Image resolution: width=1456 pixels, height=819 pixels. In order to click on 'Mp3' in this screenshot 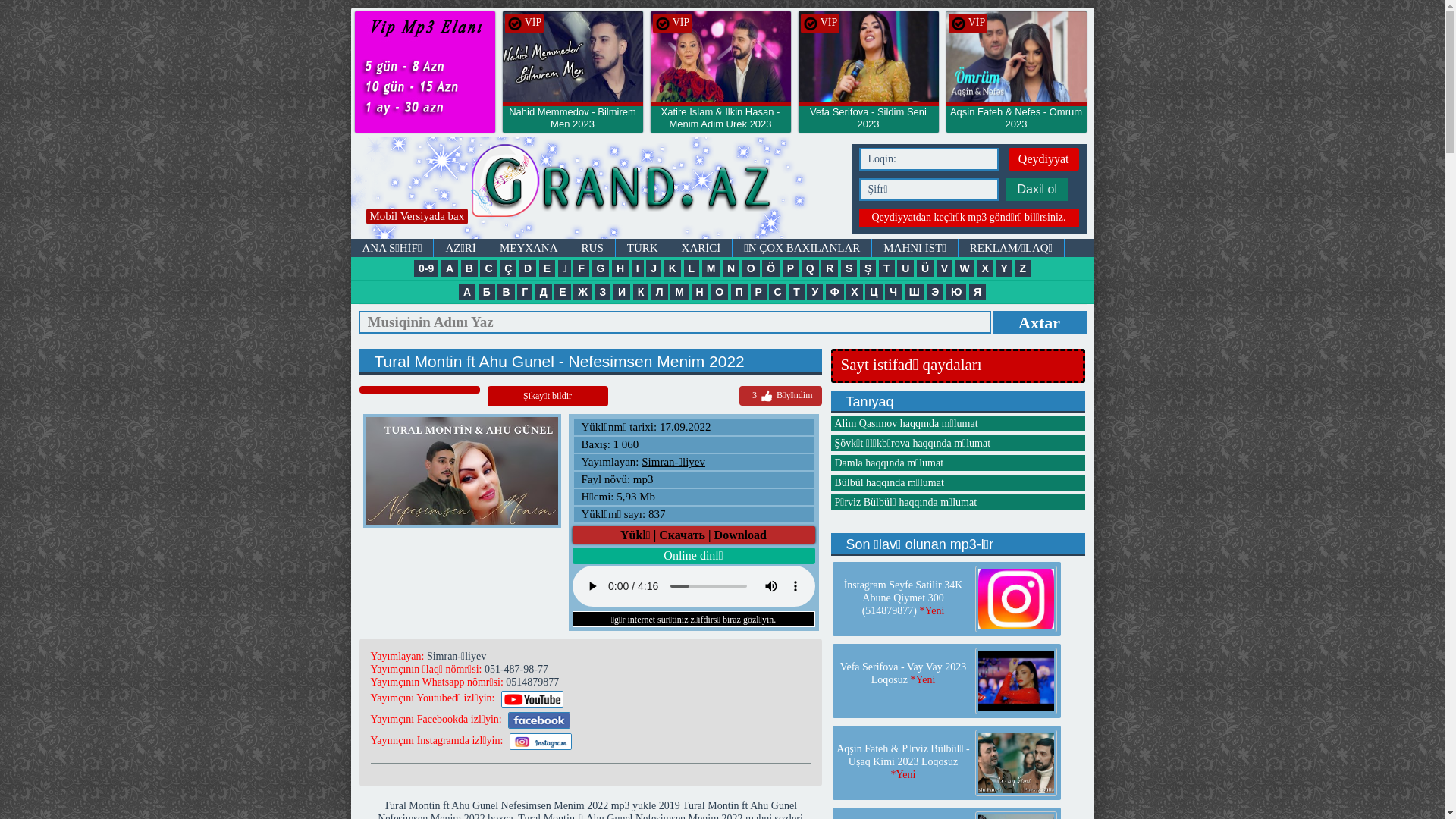, I will do `click(596, 187)`.